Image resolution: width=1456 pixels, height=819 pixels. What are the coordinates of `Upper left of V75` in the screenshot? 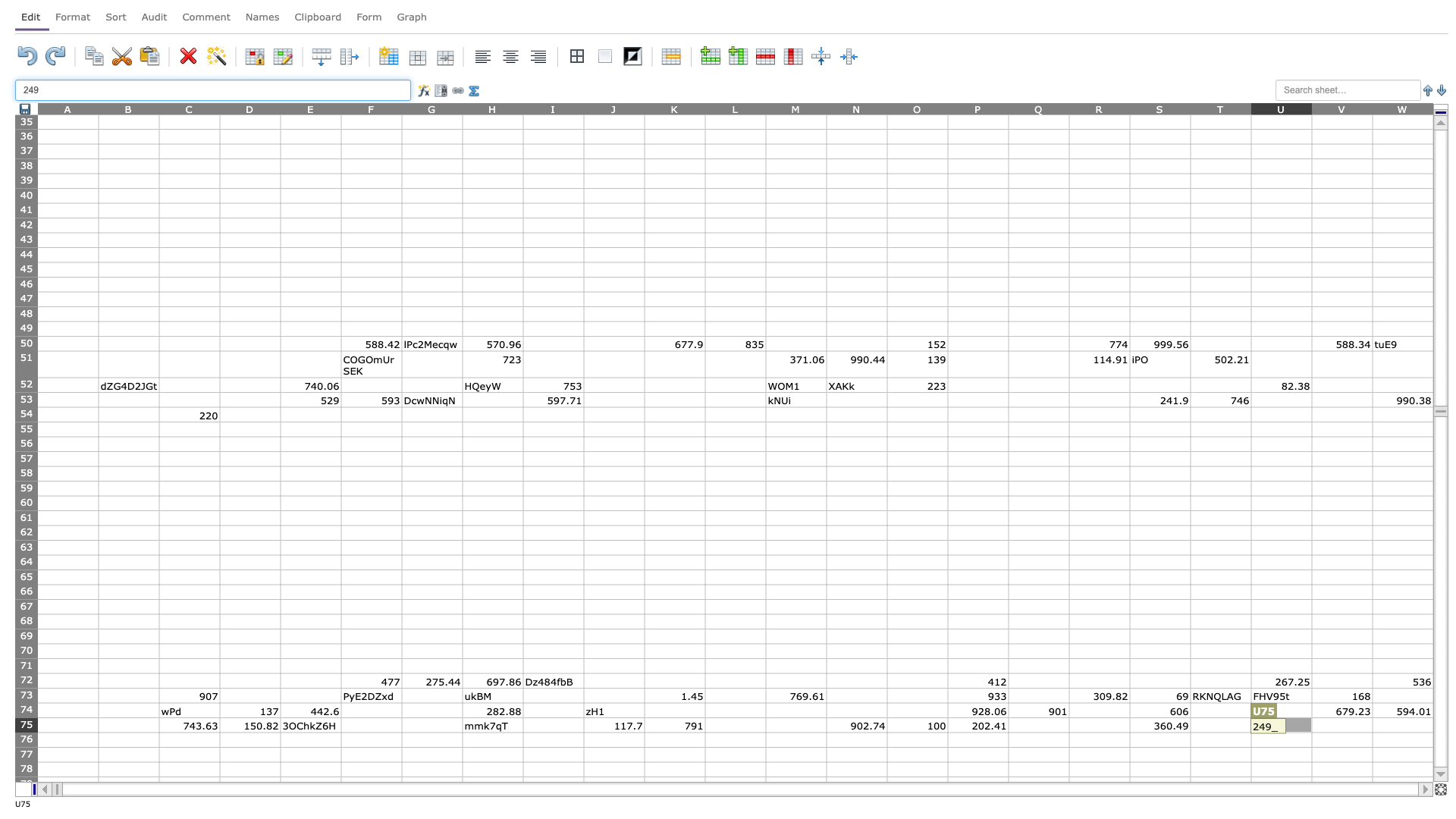 It's located at (1310, 717).